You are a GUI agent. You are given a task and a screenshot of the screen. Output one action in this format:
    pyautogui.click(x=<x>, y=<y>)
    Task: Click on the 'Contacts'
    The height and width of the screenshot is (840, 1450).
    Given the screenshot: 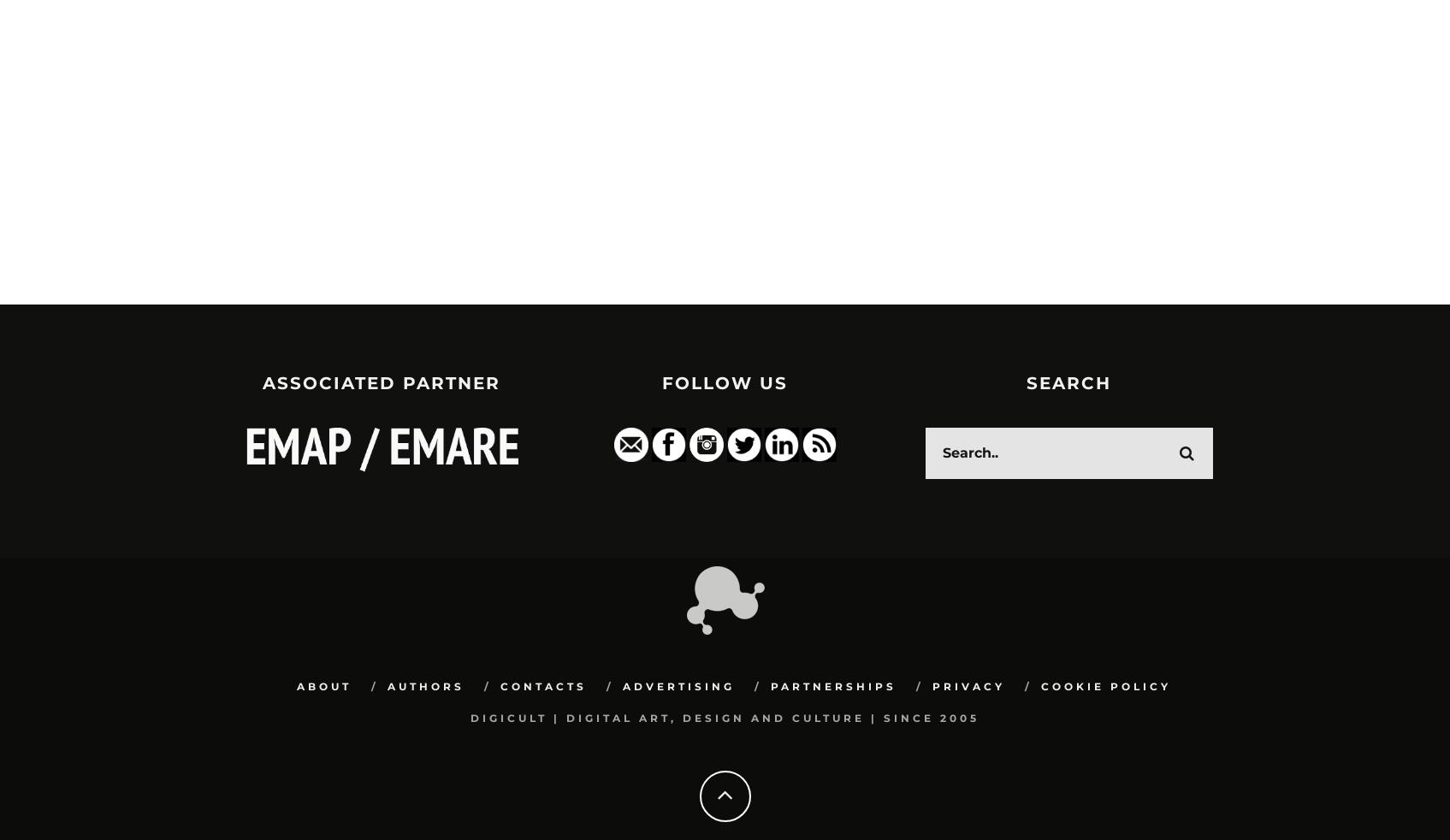 What is the action you would take?
    pyautogui.click(x=542, y=687)
    